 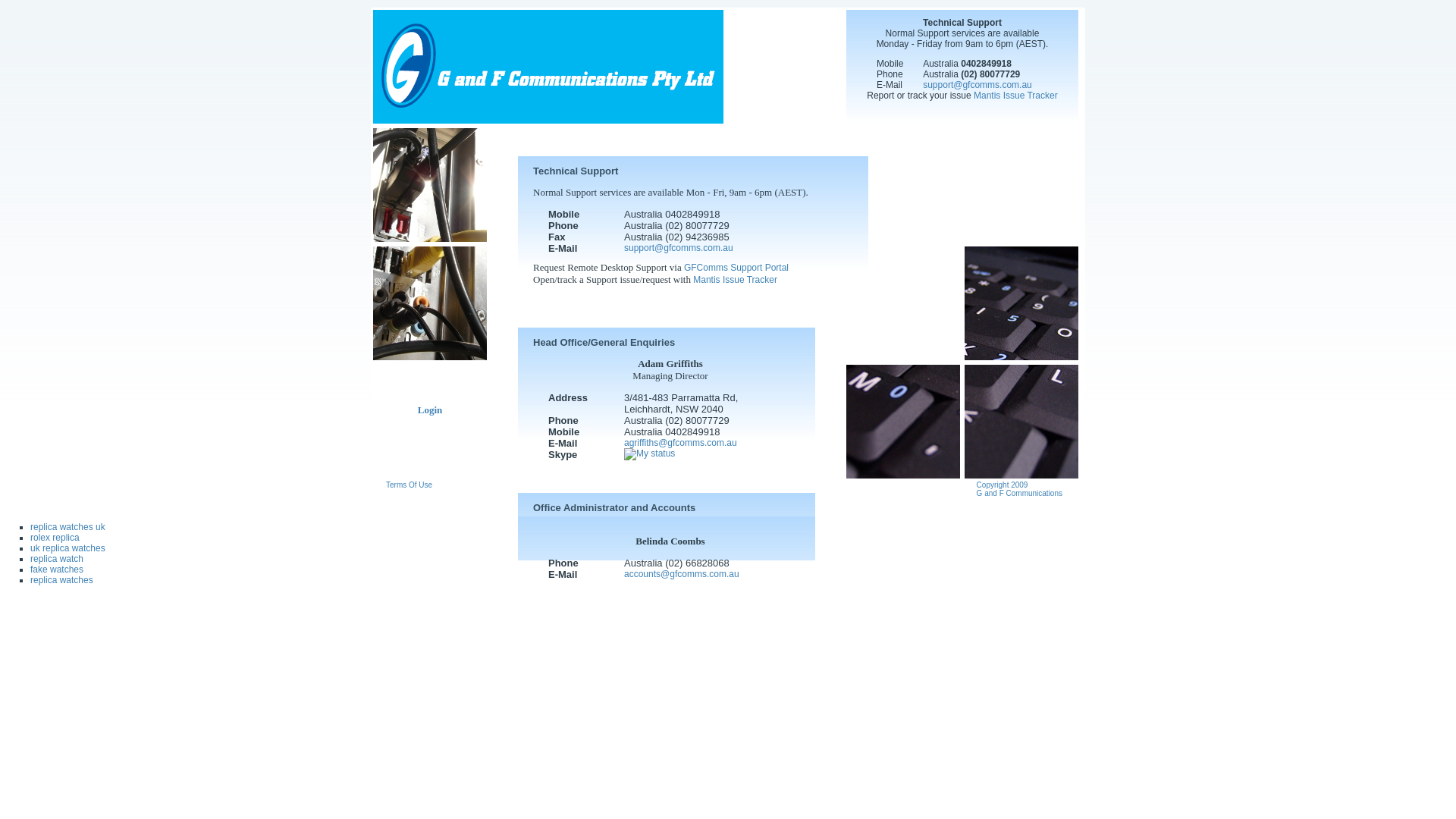 What do you see at coordinates (1015, 96) in the screenshot?
I see `'Mantis Issue Tracker'` at bounding box center [1015, 96].